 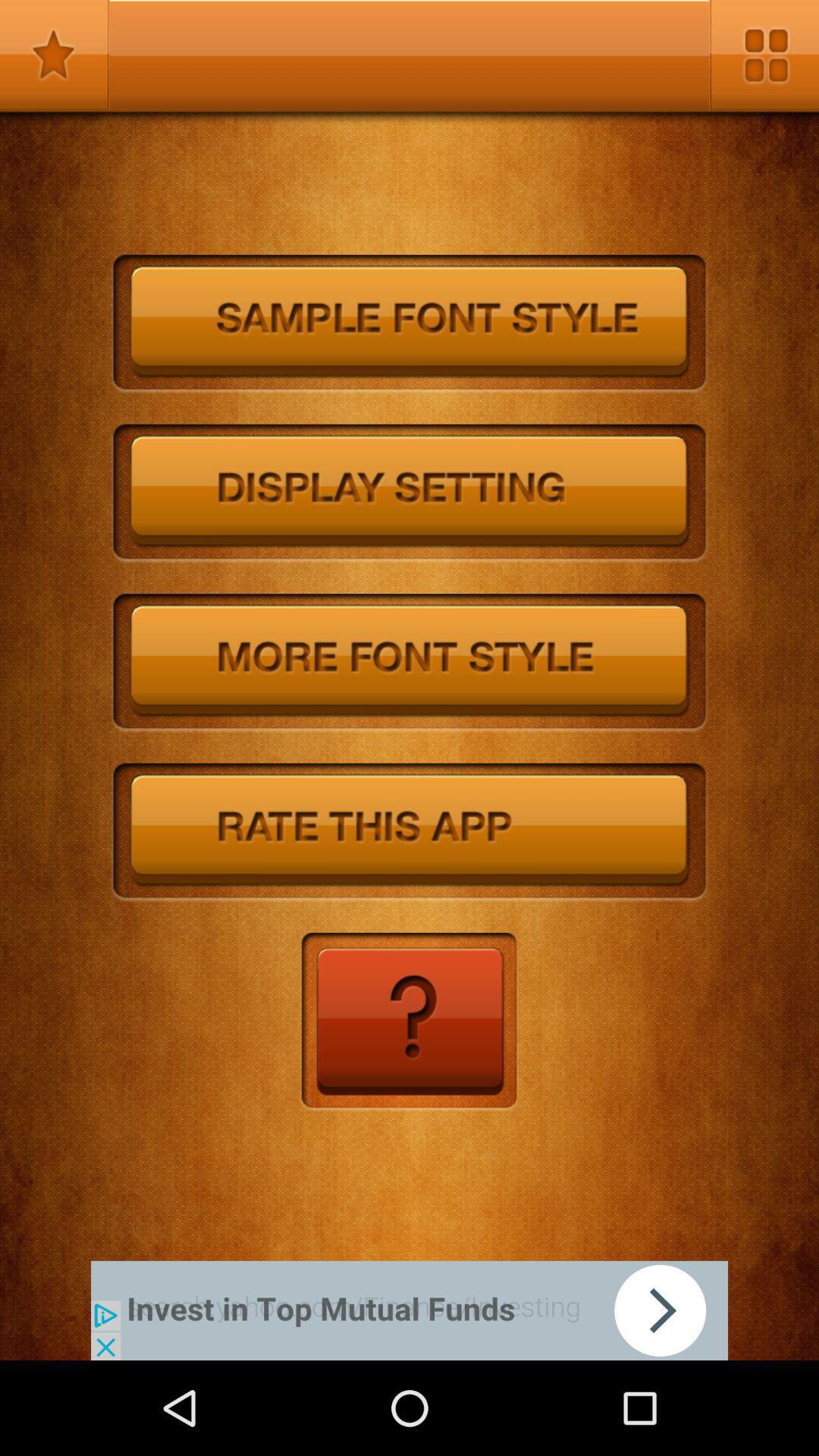 What do you see at coordinates (764, 55) in the screenshot?
I see `open settings` at bounding box center [764, 55].